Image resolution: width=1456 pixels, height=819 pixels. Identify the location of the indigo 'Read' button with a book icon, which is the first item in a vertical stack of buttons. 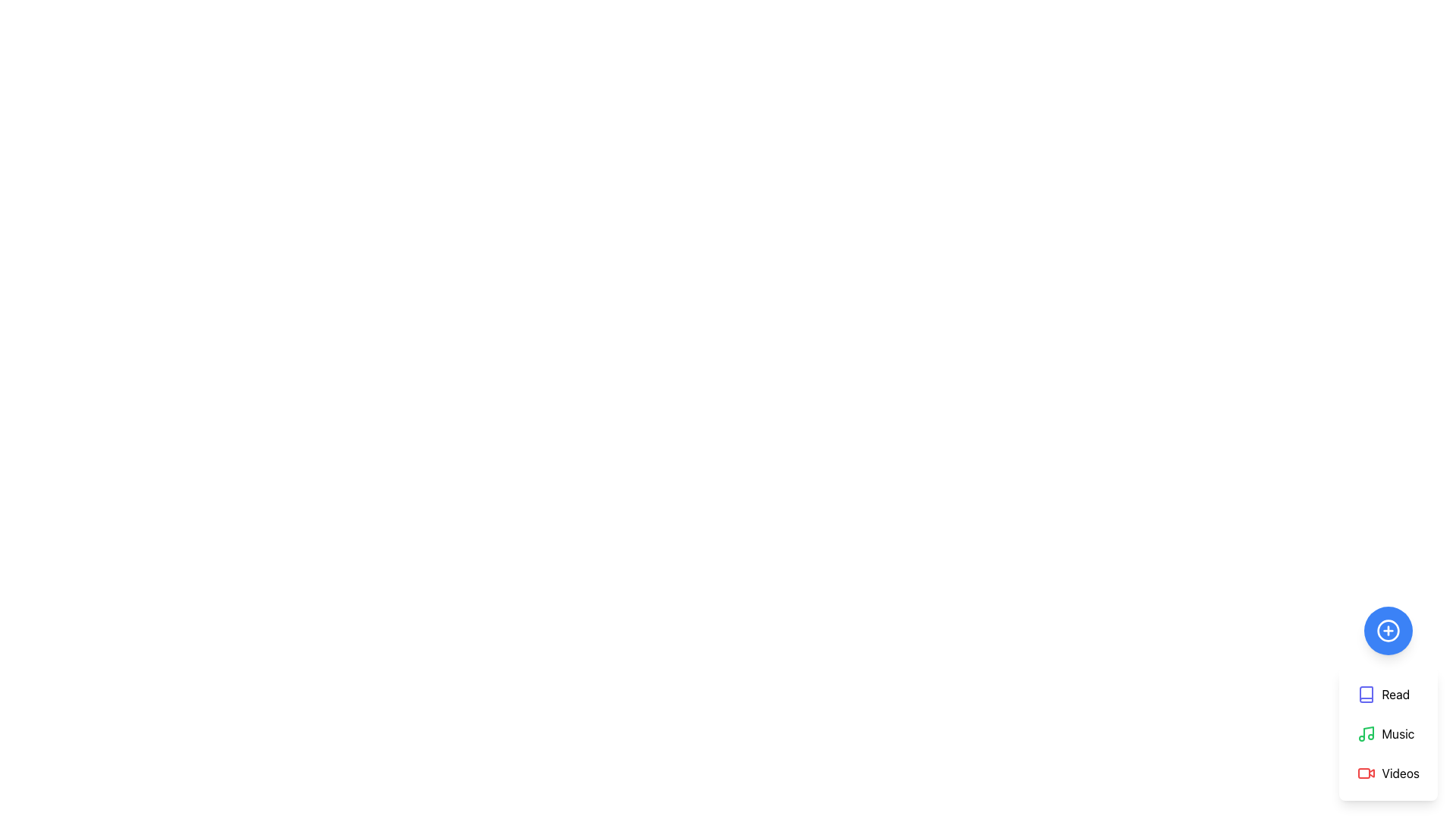
(1389, 694).